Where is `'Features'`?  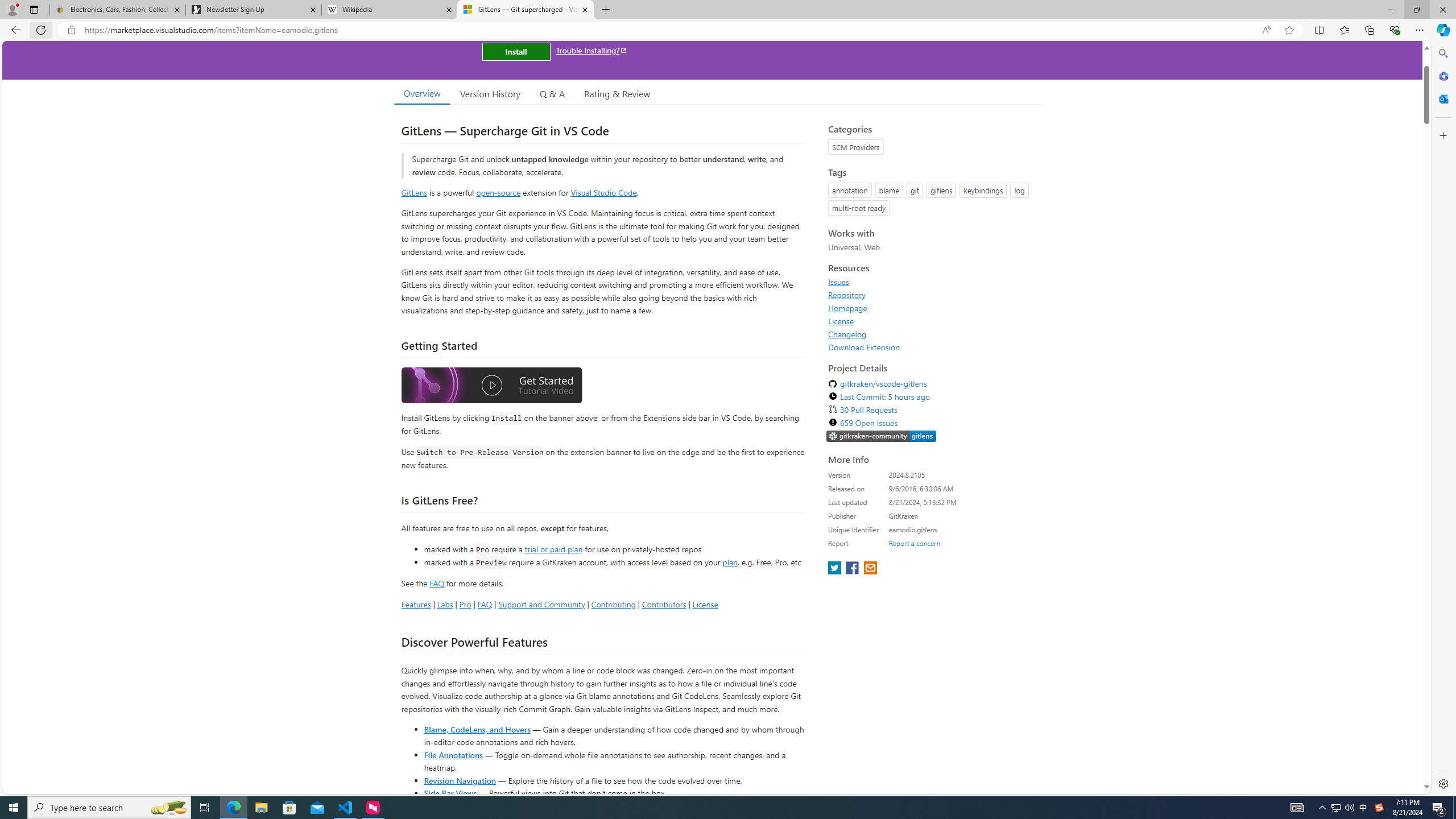 'Features' is located at coordinates (415, 603).